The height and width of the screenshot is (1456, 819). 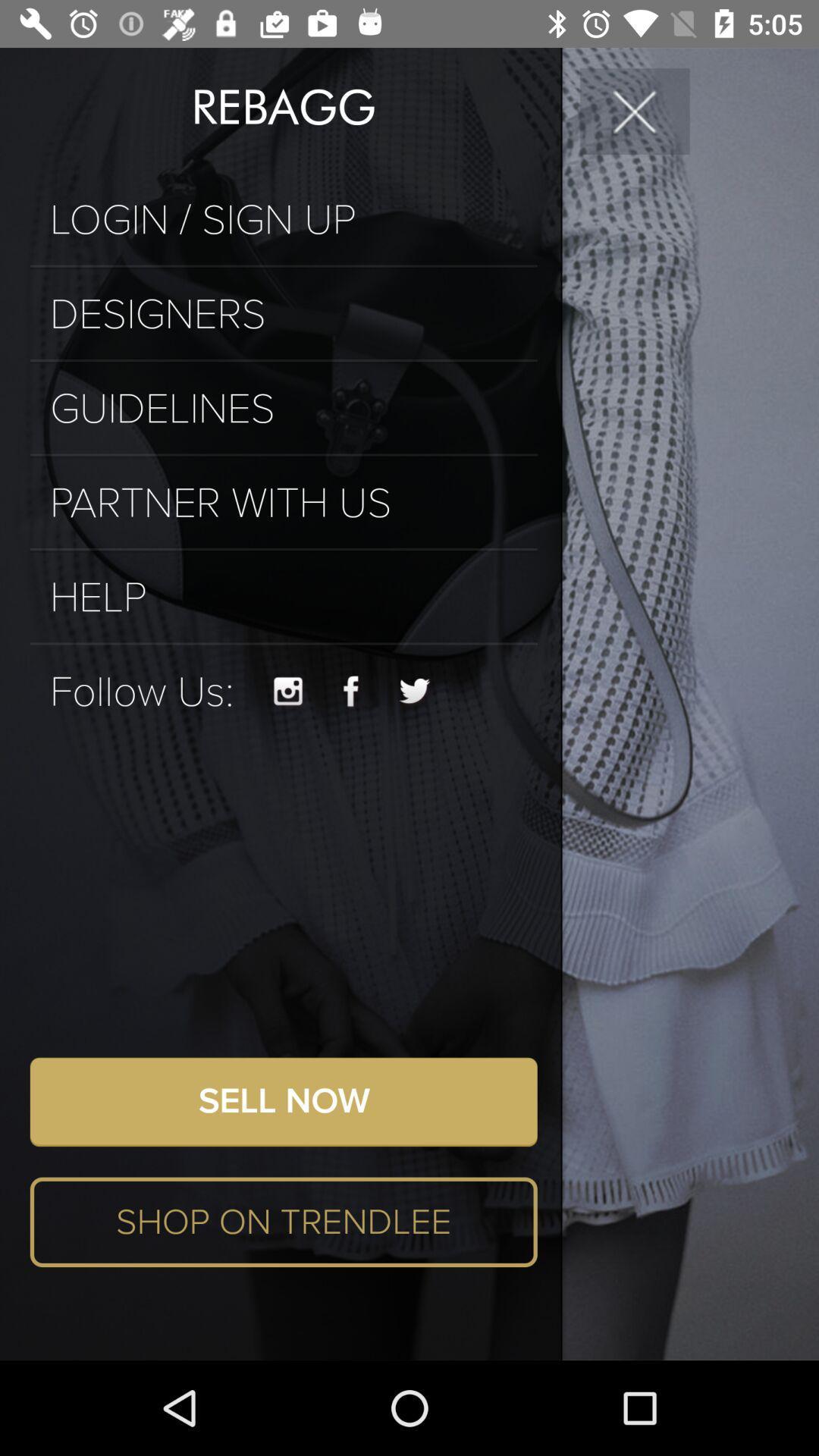 I want to click on visit brand 's facebook, so click(x=351, y=691).